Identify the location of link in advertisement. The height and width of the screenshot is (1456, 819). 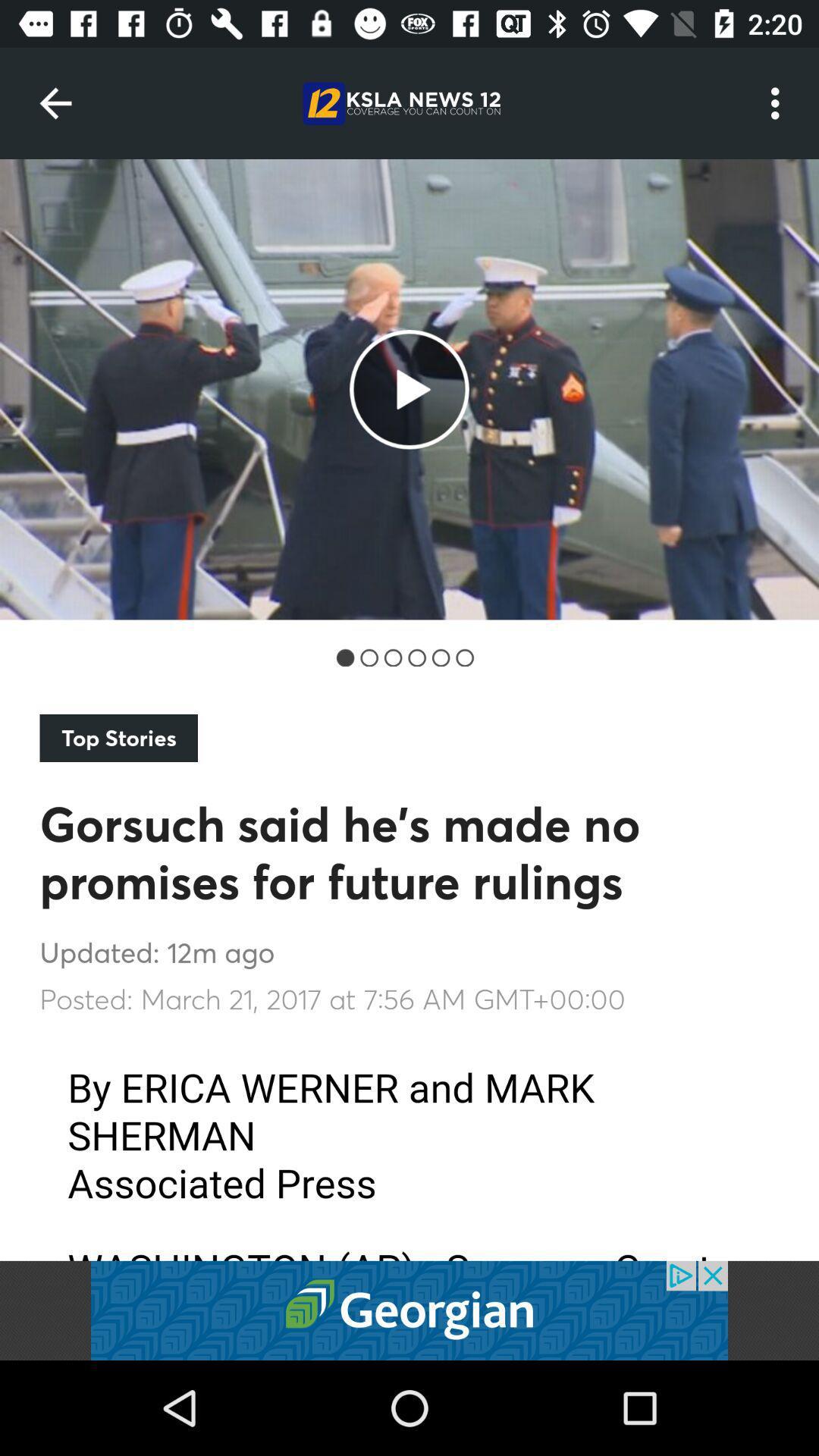
(409, 1310).